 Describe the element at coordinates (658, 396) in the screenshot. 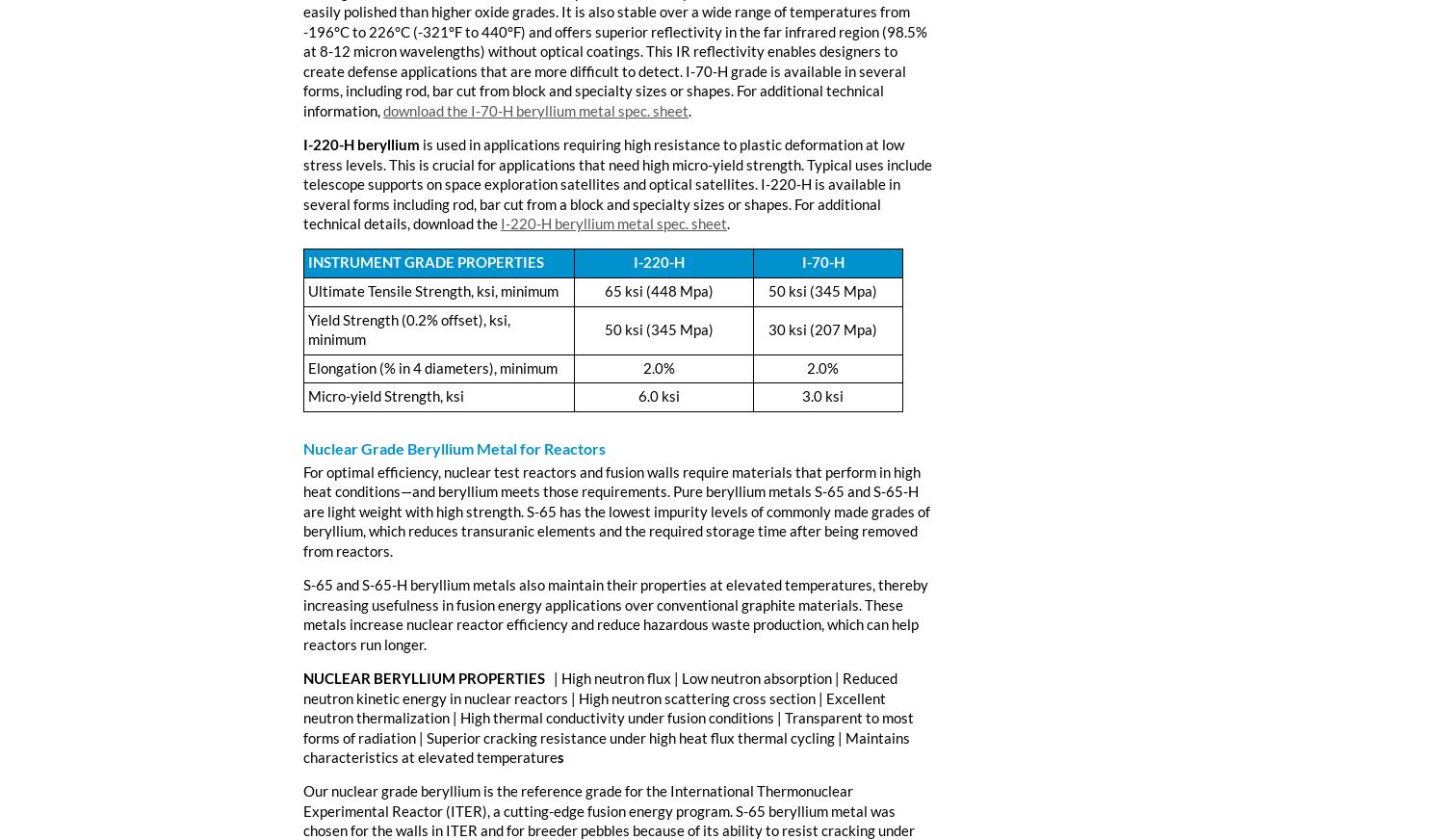

I see `'6.0 ksi'` at that location.